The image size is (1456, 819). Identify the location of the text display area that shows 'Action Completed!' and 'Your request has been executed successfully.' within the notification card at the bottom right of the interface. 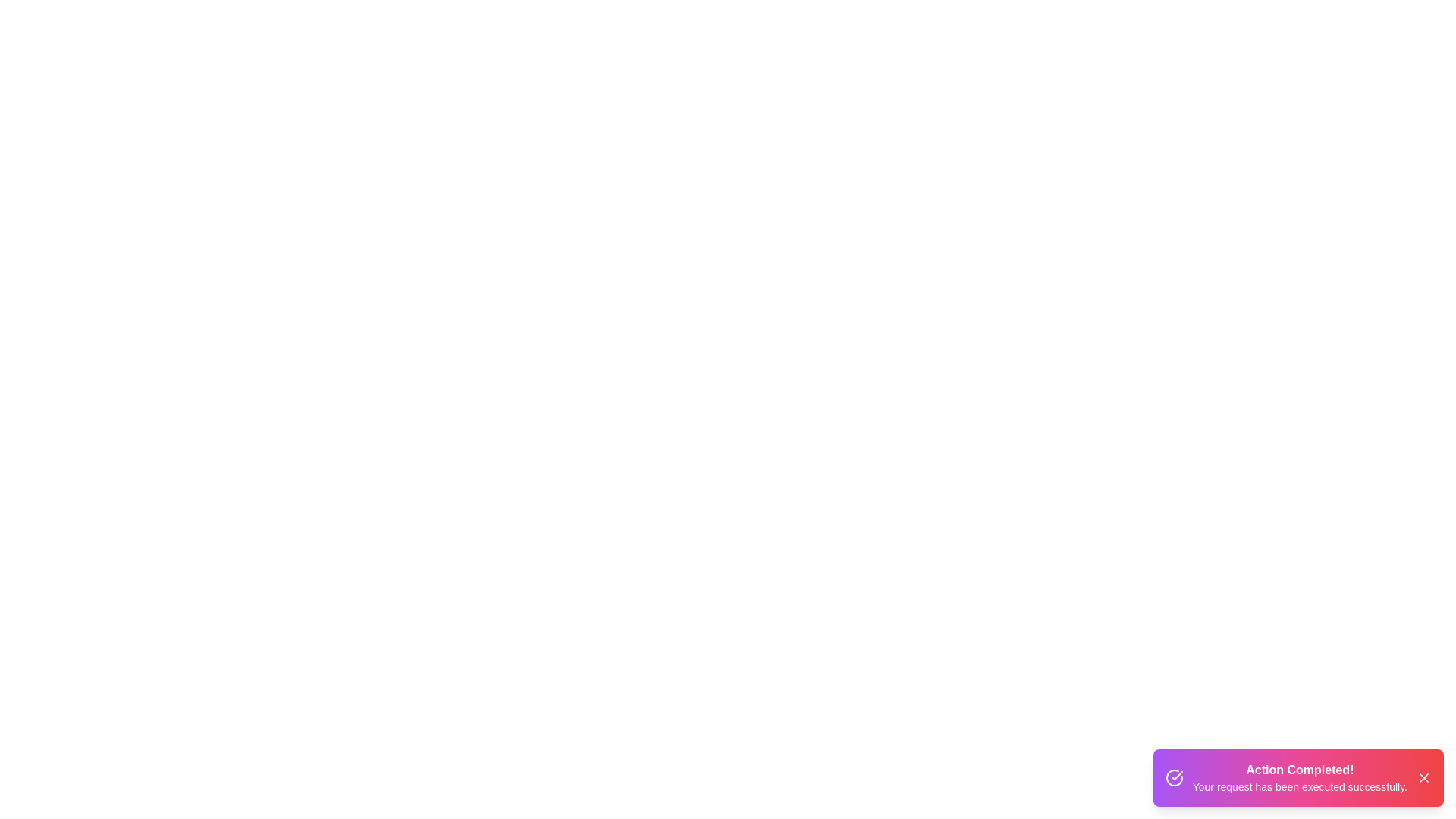
(1299, 778).